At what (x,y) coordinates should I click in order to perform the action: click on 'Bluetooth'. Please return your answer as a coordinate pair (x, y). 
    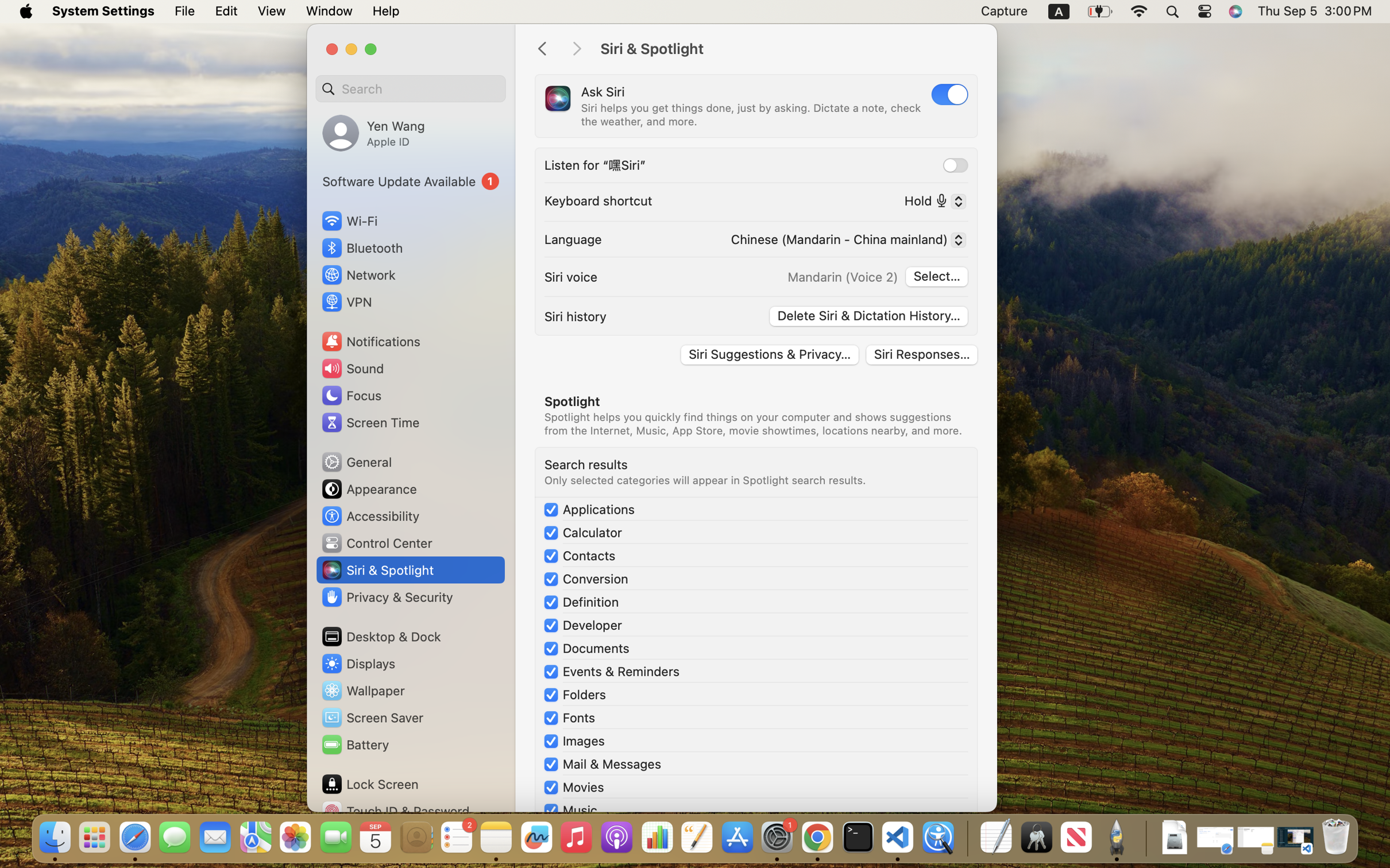
    Looking at the image, I should click on (361, 247).